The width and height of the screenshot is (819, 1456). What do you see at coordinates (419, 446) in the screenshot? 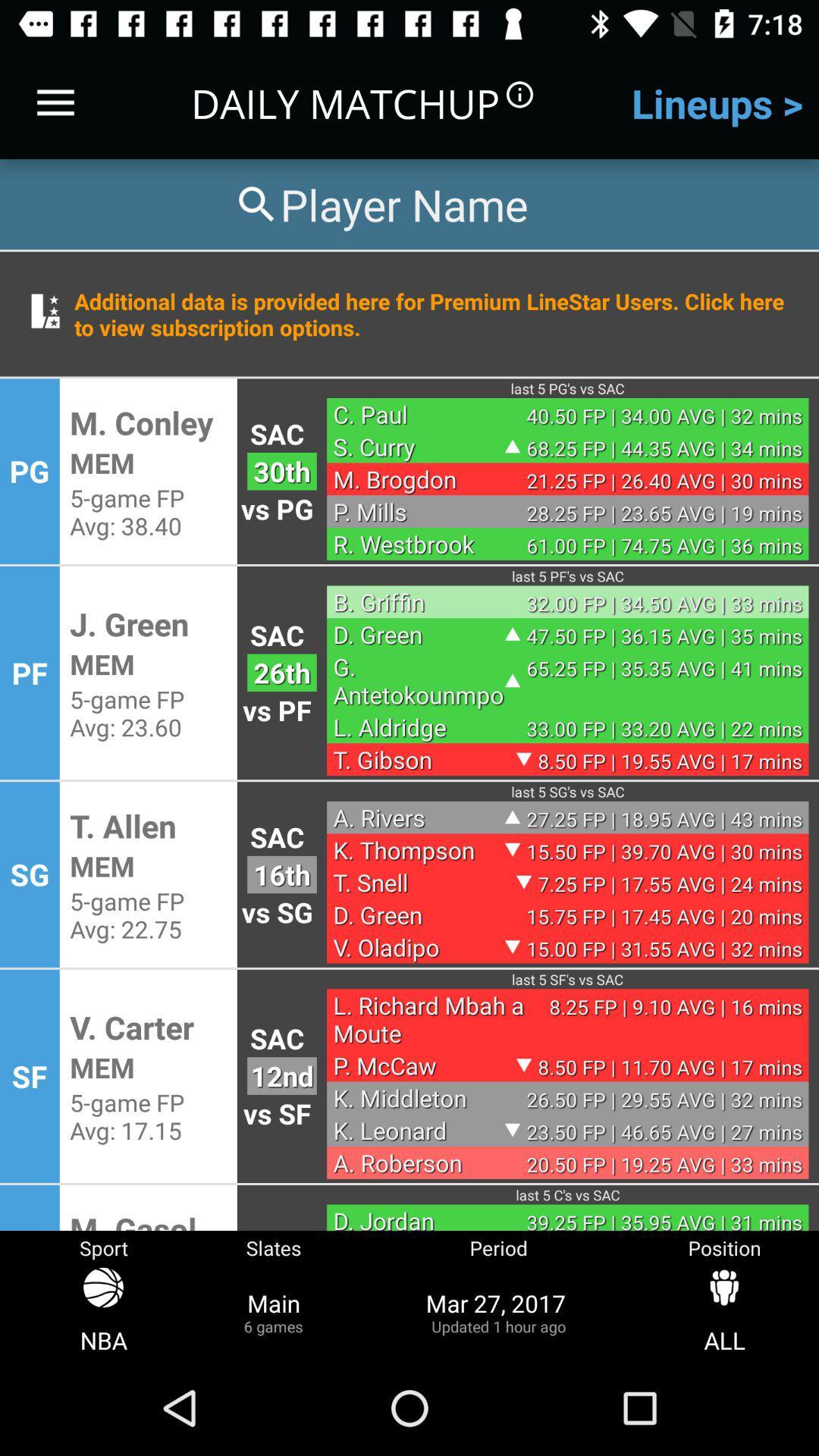
I see `the icon above the m. brogdon` at bounding box center [419, 446].